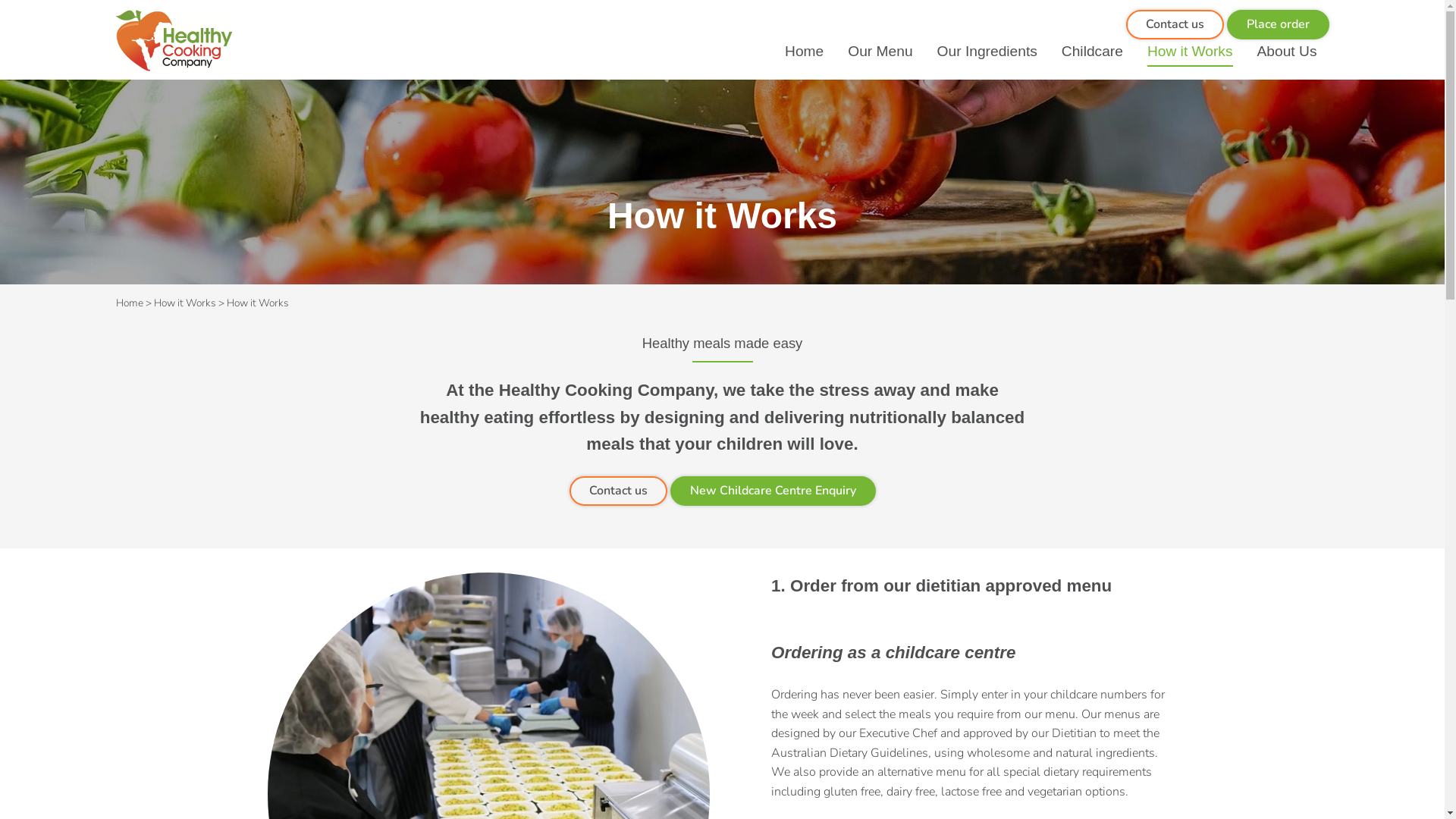 The image size is (1456, 819). I want to click on 'Our Menu', so click(847, 51).